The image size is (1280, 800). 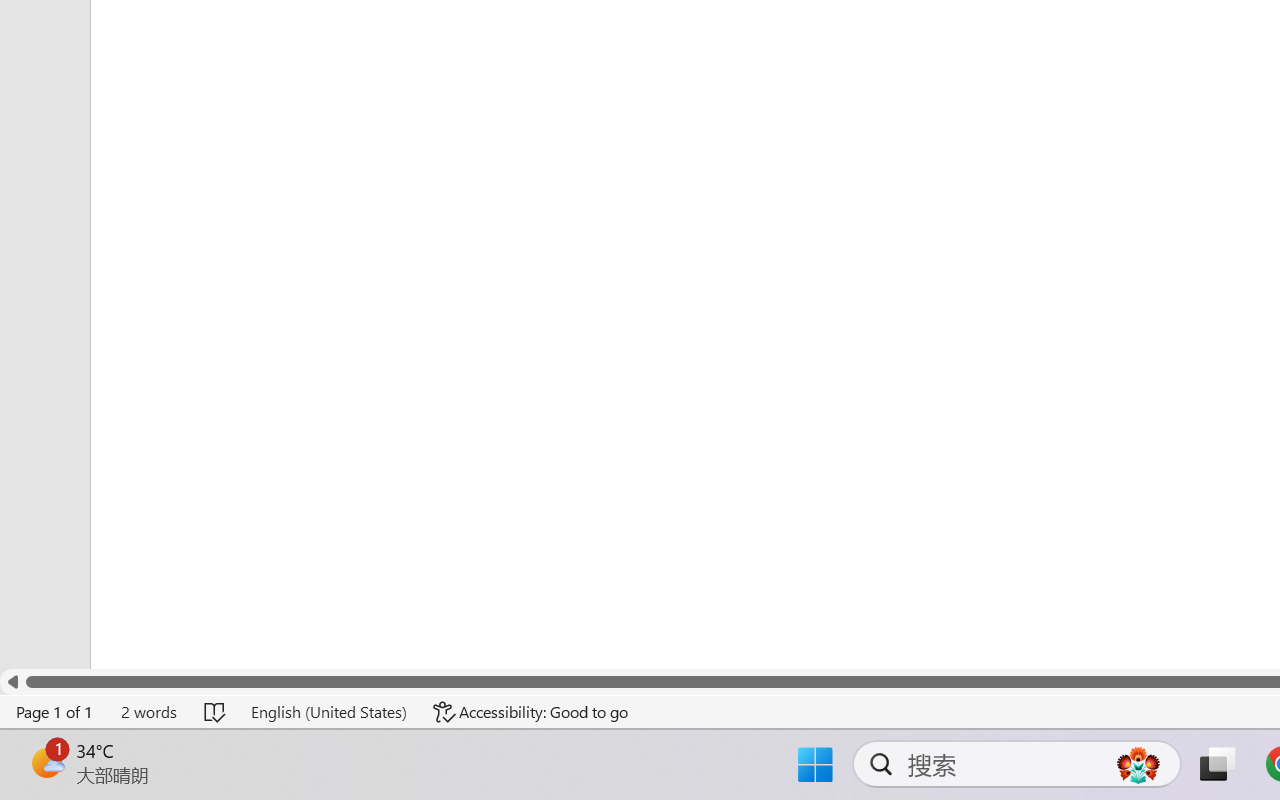 I want to click on 'Spelling and Grammar Check No Errors', so click(x=216, y=711).